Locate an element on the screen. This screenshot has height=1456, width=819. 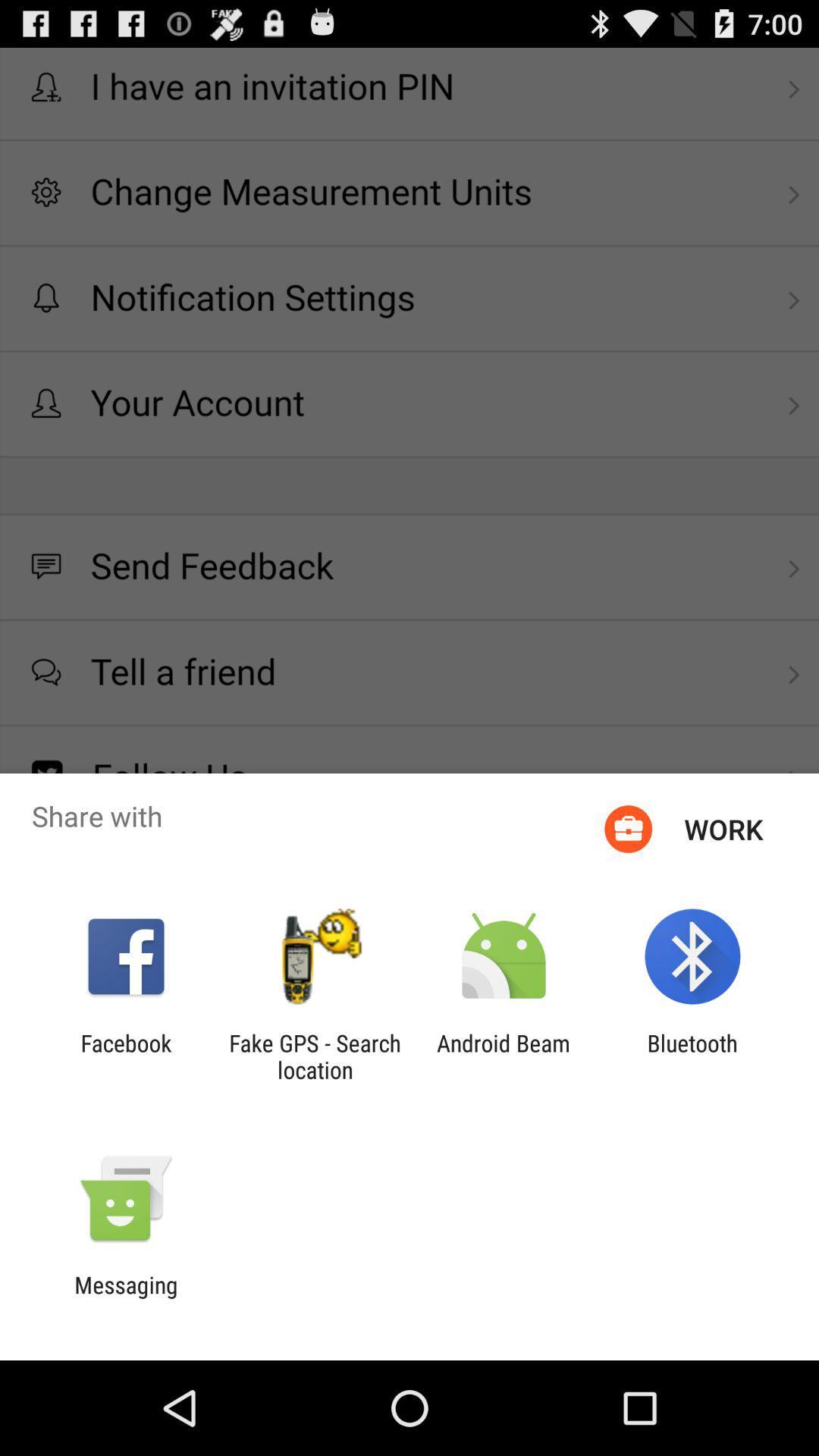
the icon at the bottom right corner is located at coordinates (692, 1056).